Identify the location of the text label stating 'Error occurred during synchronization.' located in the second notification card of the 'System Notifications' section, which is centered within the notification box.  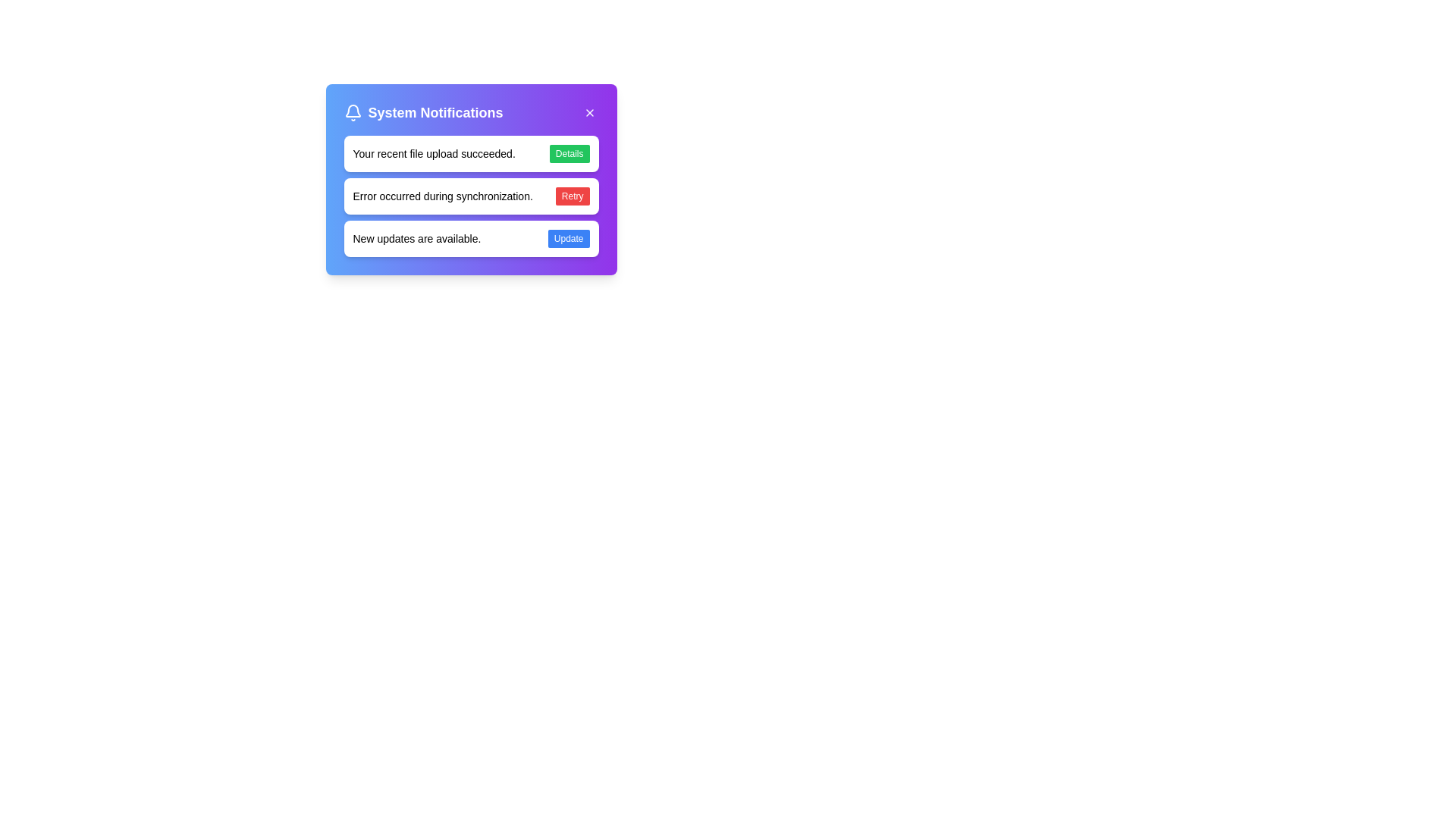
(442, 195).